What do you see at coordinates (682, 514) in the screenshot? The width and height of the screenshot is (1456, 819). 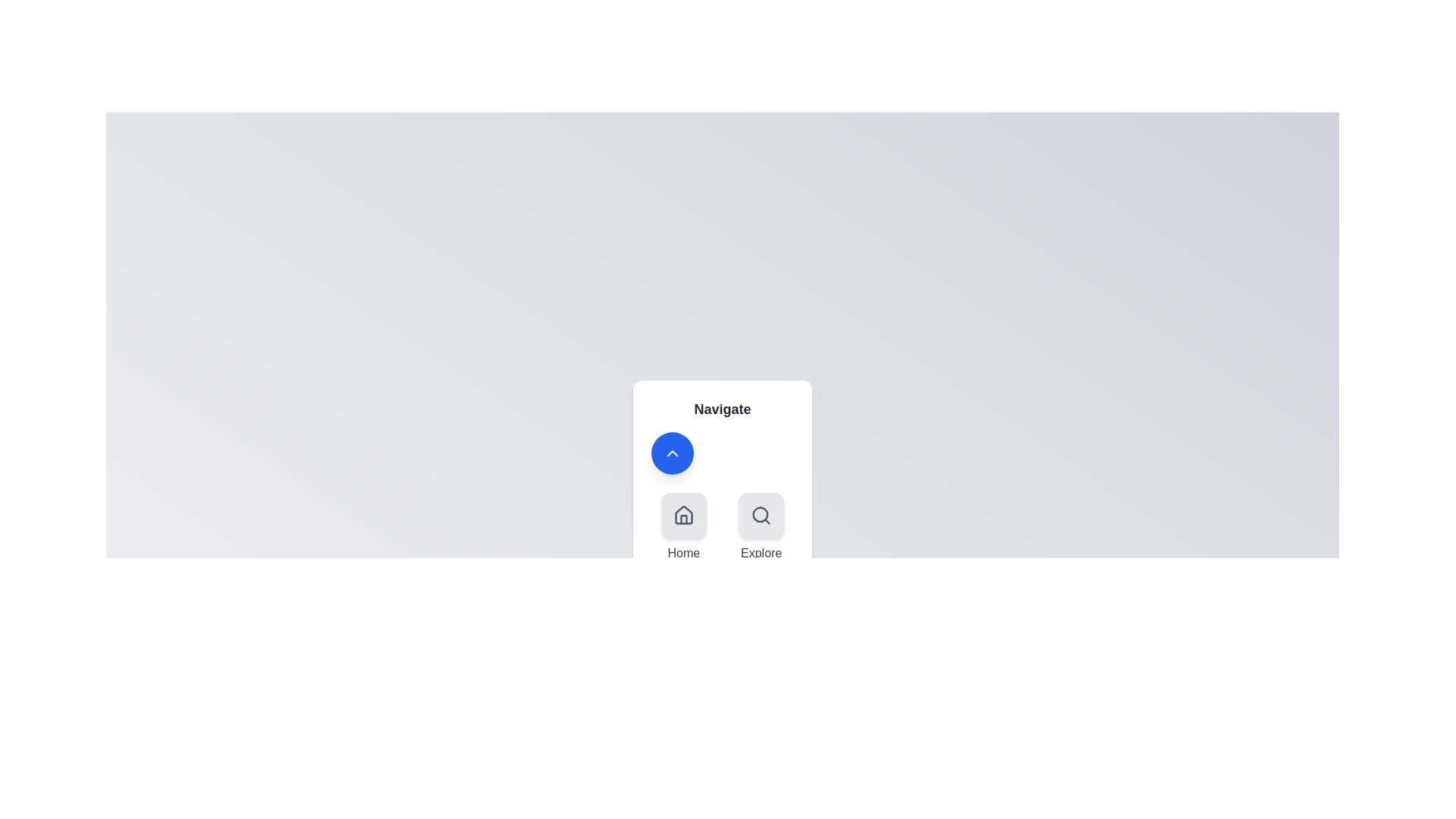 I see `the navigation option Home by clicking its corresponding icon` at bounding box center [682, 514].